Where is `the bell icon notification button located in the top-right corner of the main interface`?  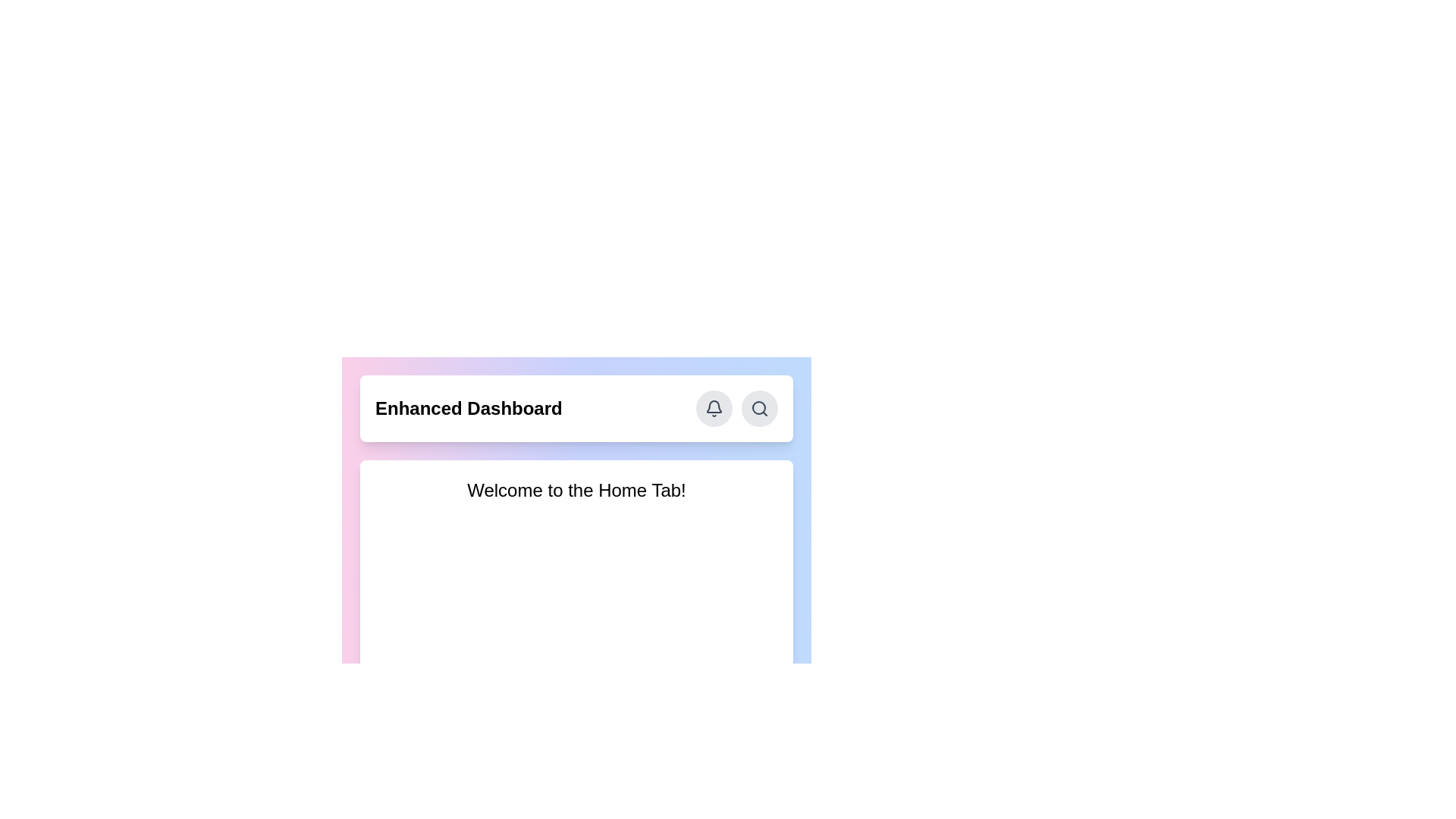
the bell icon notification button located in the top-right corner of the main interface is located at coordinates (713, 408).